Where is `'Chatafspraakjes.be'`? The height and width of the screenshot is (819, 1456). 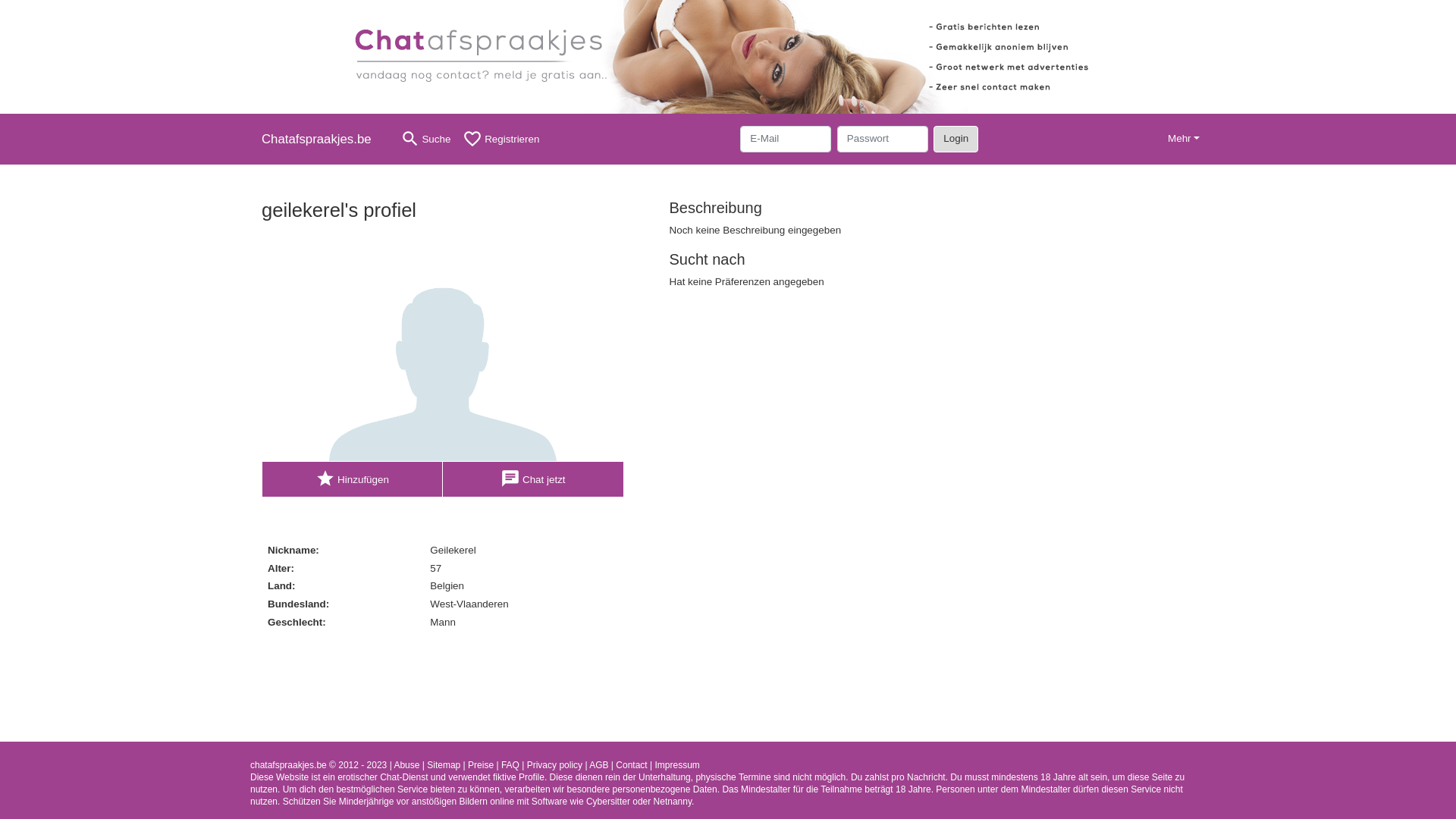 'Chatafspraakjes.be' is located at coordinates (322, 139).